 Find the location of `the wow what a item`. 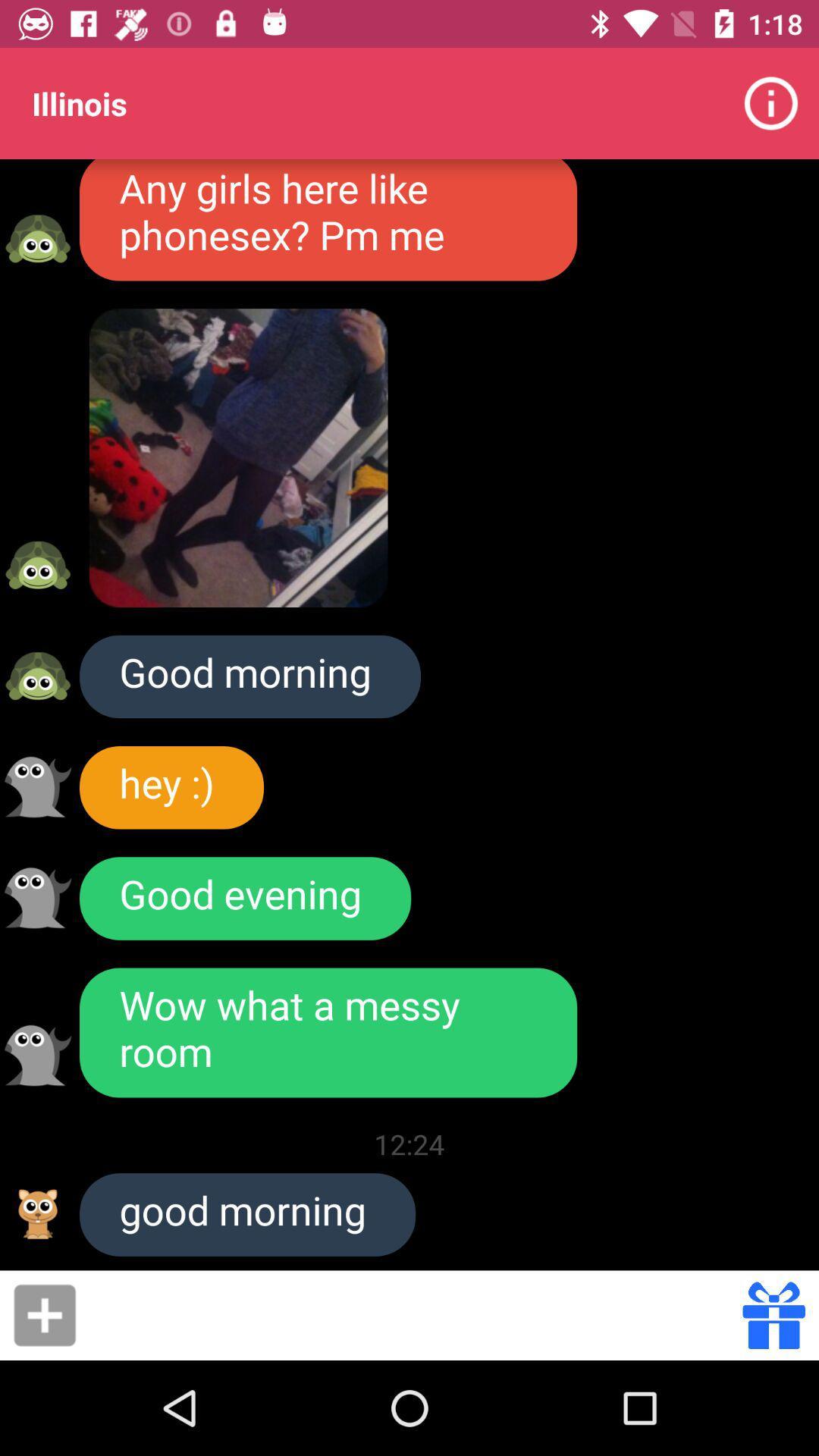

the wow what a item is located at coordinates (328, 1032).